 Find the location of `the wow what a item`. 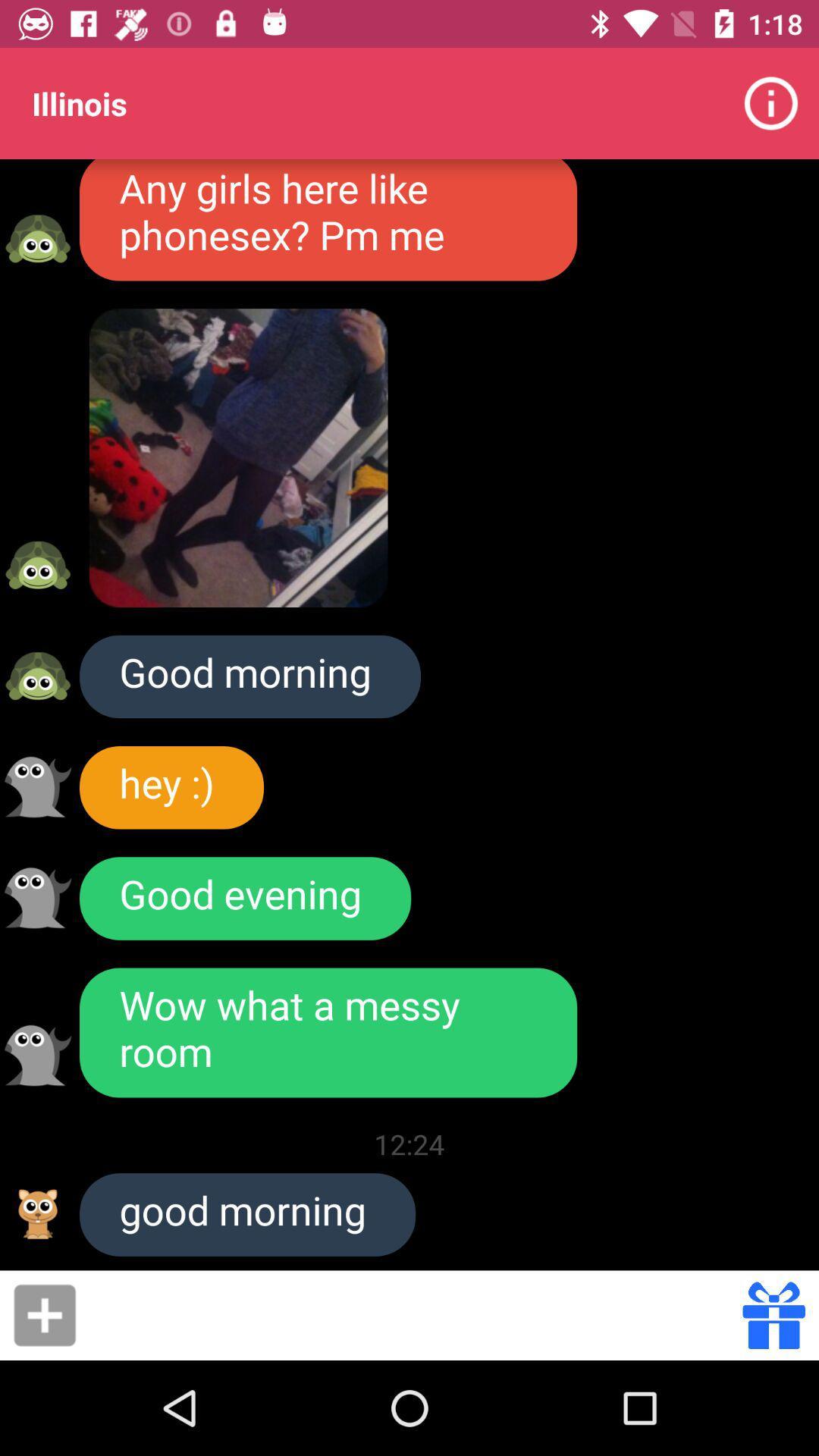

the wow what a item is located at coordinates (328, 1032).